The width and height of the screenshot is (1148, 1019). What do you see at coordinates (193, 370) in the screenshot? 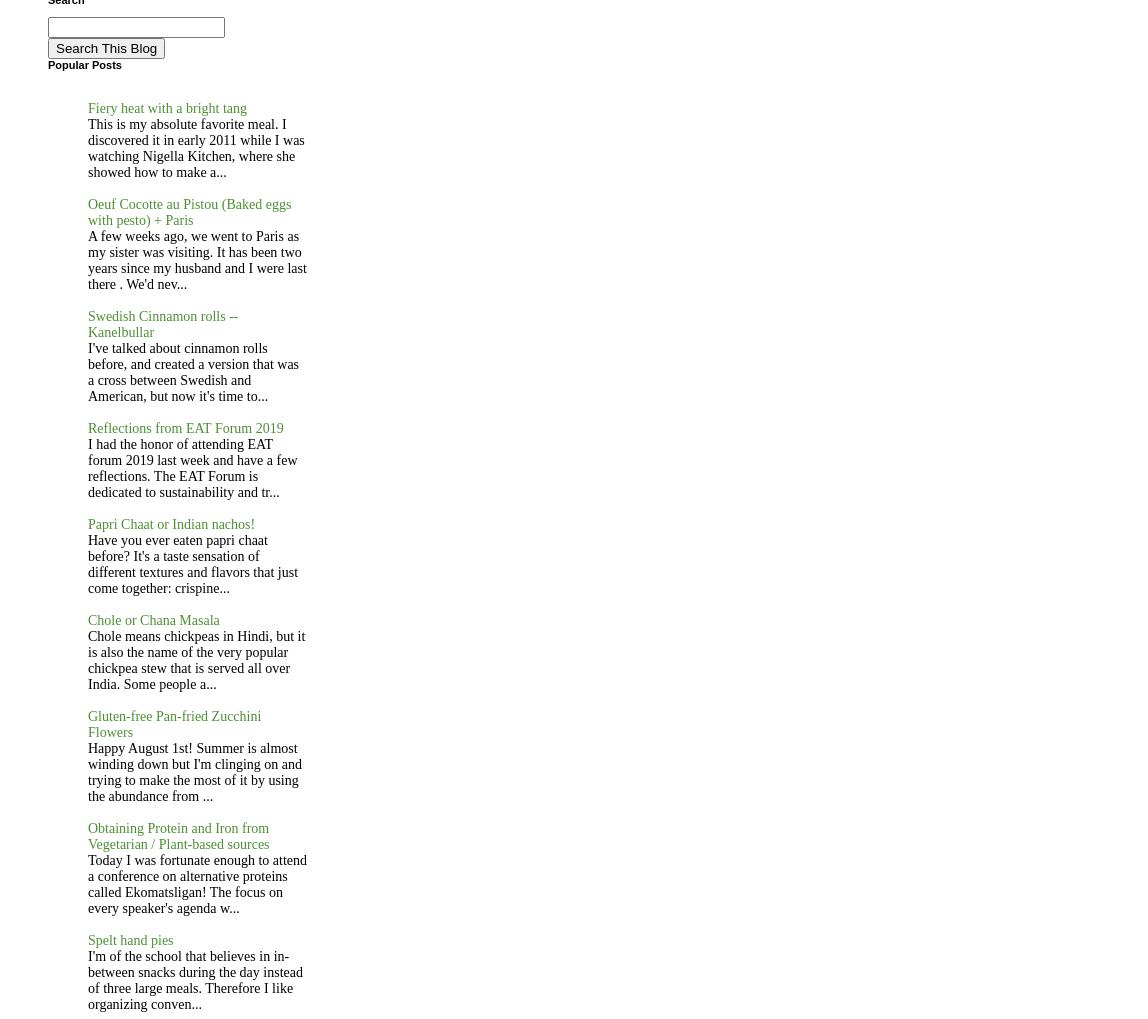
I see `'I've talked about cinnamon rolls  before, and created a version that was a cross between Swedish and American, but now it's time to...'` at bounding box center [193, 370].